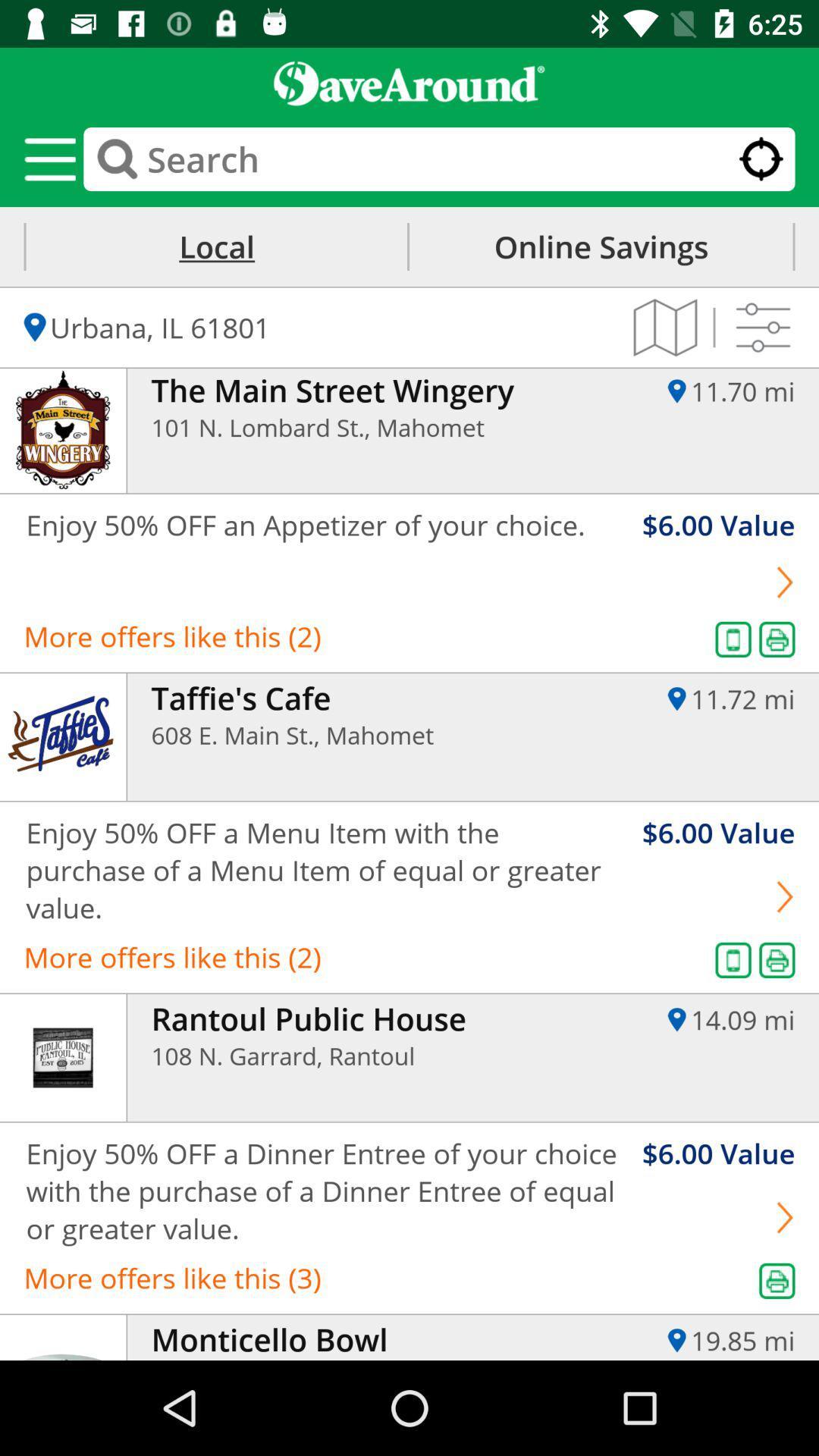  Describe the element at coordinates (49, 159) in the screenshot. I see `the option button which is left hand side of search tool` at that location.